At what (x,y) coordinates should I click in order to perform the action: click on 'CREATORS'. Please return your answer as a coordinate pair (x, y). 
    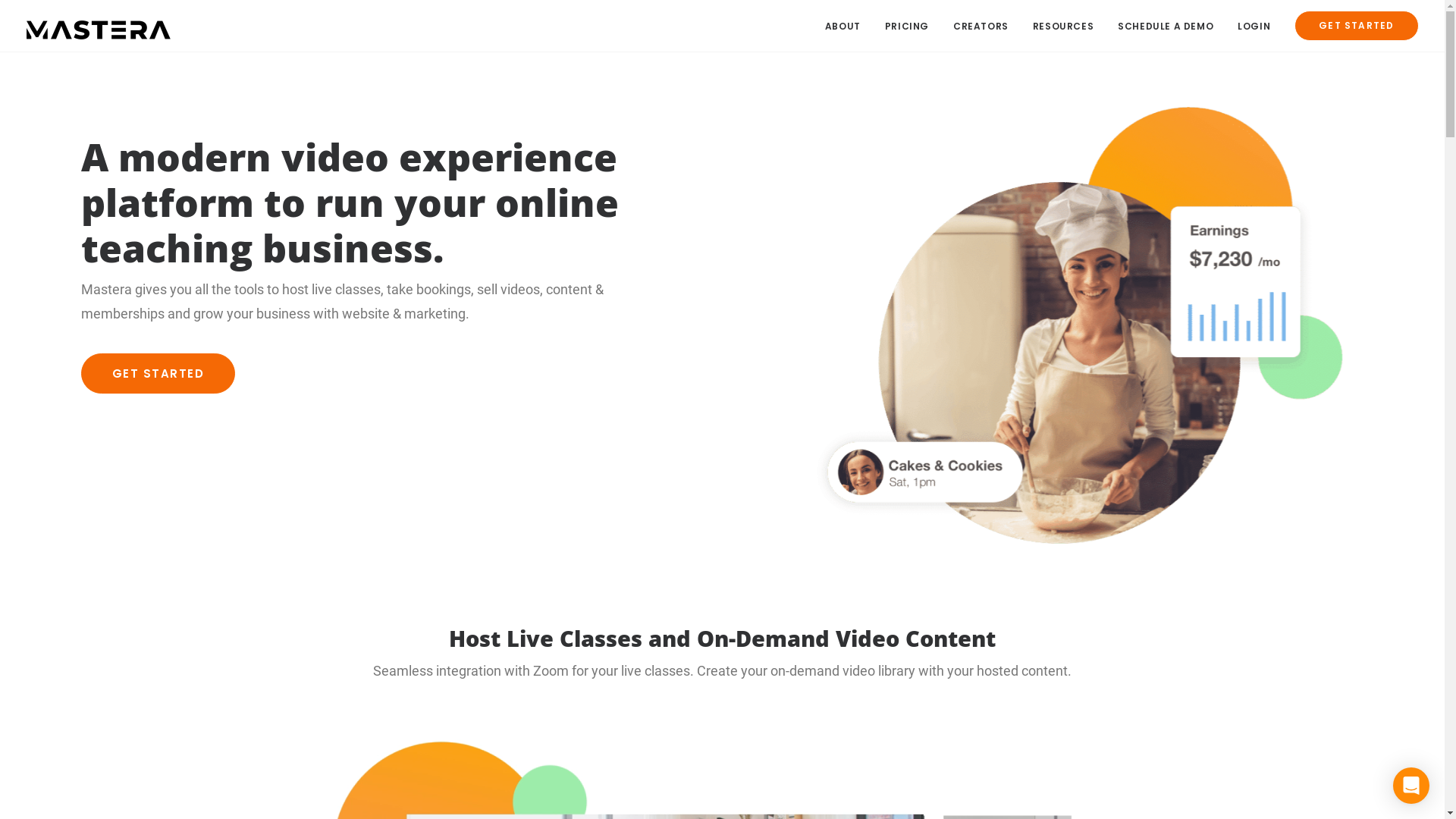
    Looking at the image, I should click on (981, 26).